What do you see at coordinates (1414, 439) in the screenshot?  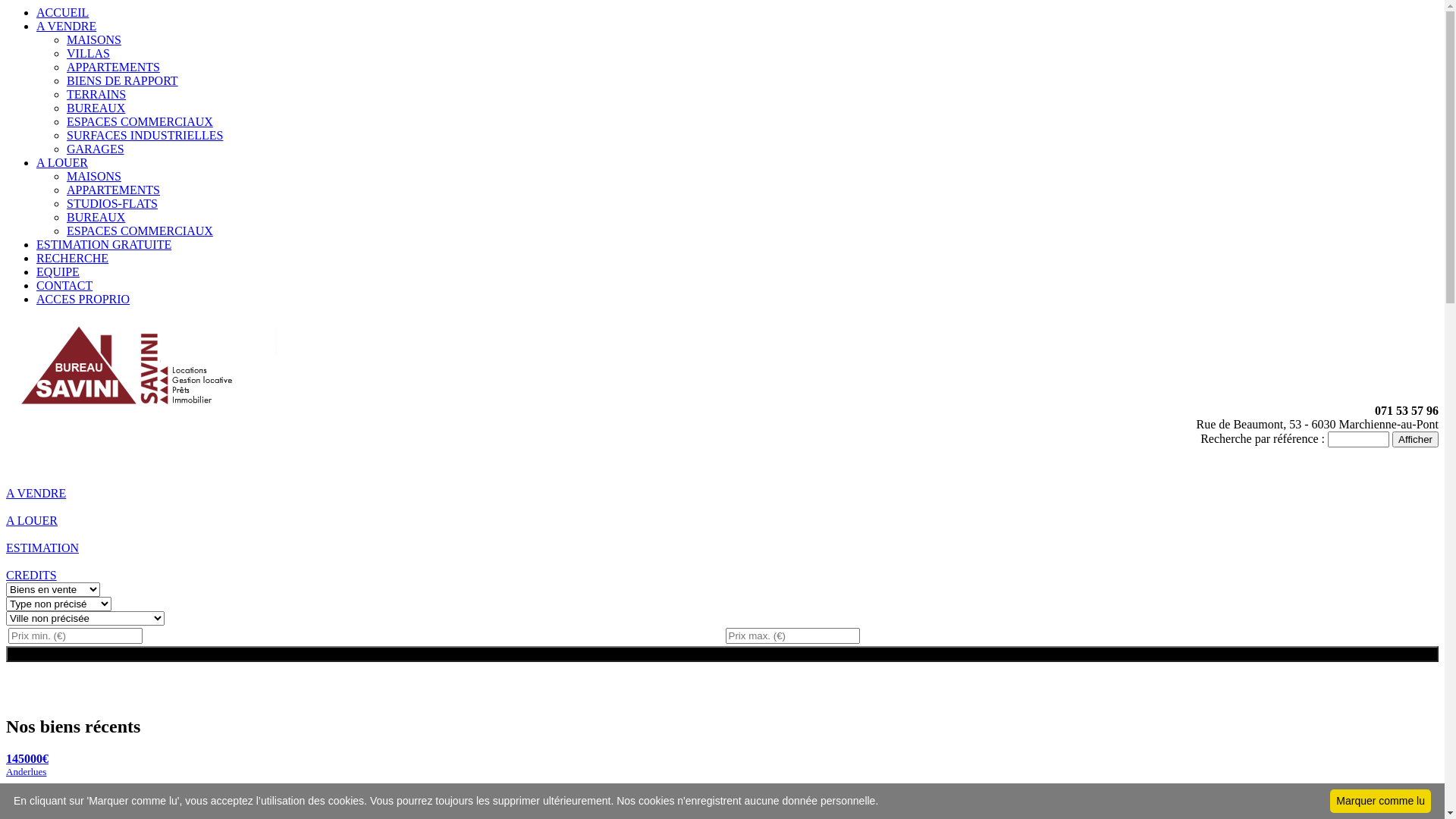 I see `'Afficher'` at bounding box center [1414, 439].